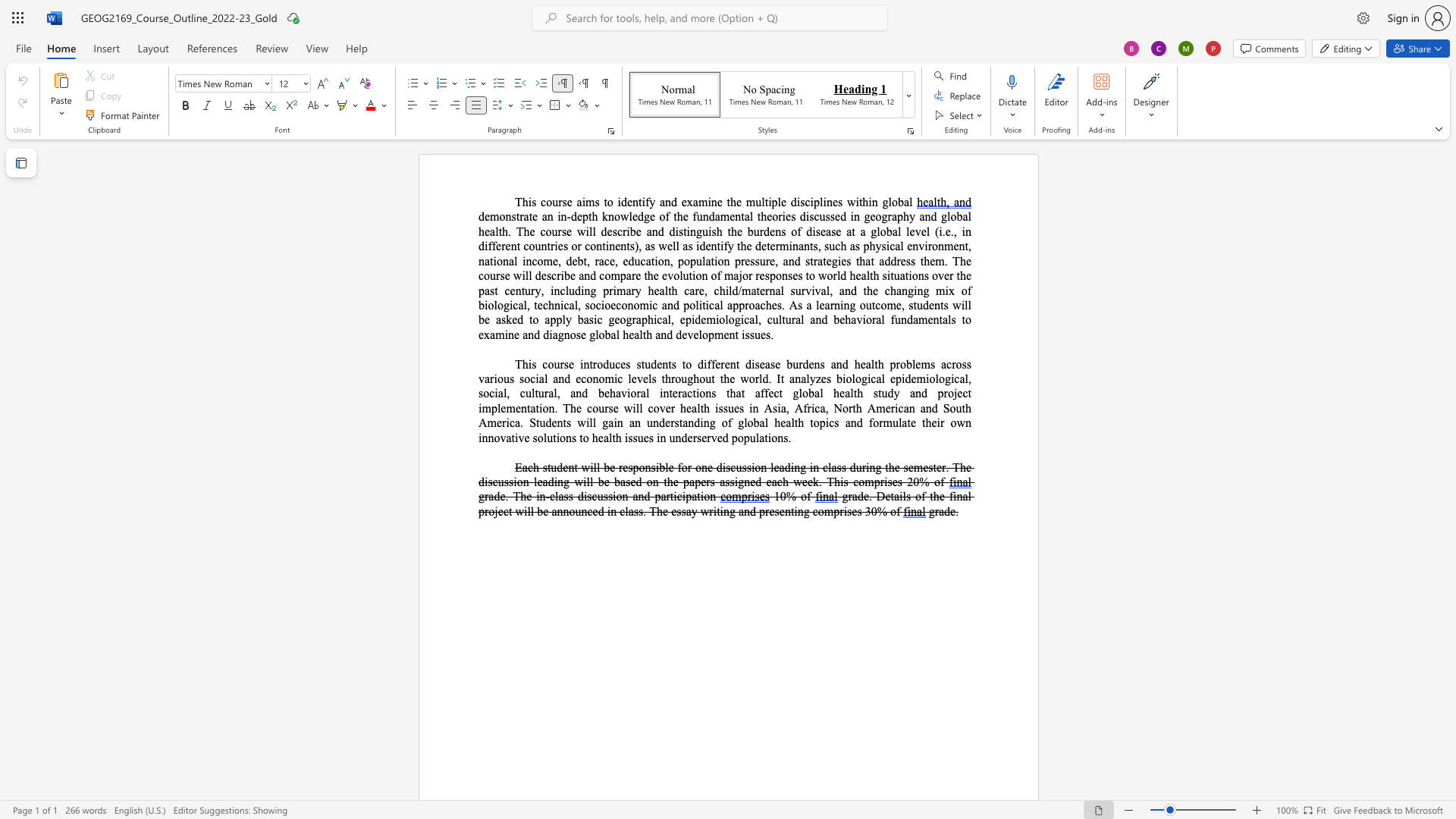 Image resolution: width=1456 pixels, height=819 pixels. I want to click on the space between the continuous character "l" and "l" in the text, so click(675, 245).